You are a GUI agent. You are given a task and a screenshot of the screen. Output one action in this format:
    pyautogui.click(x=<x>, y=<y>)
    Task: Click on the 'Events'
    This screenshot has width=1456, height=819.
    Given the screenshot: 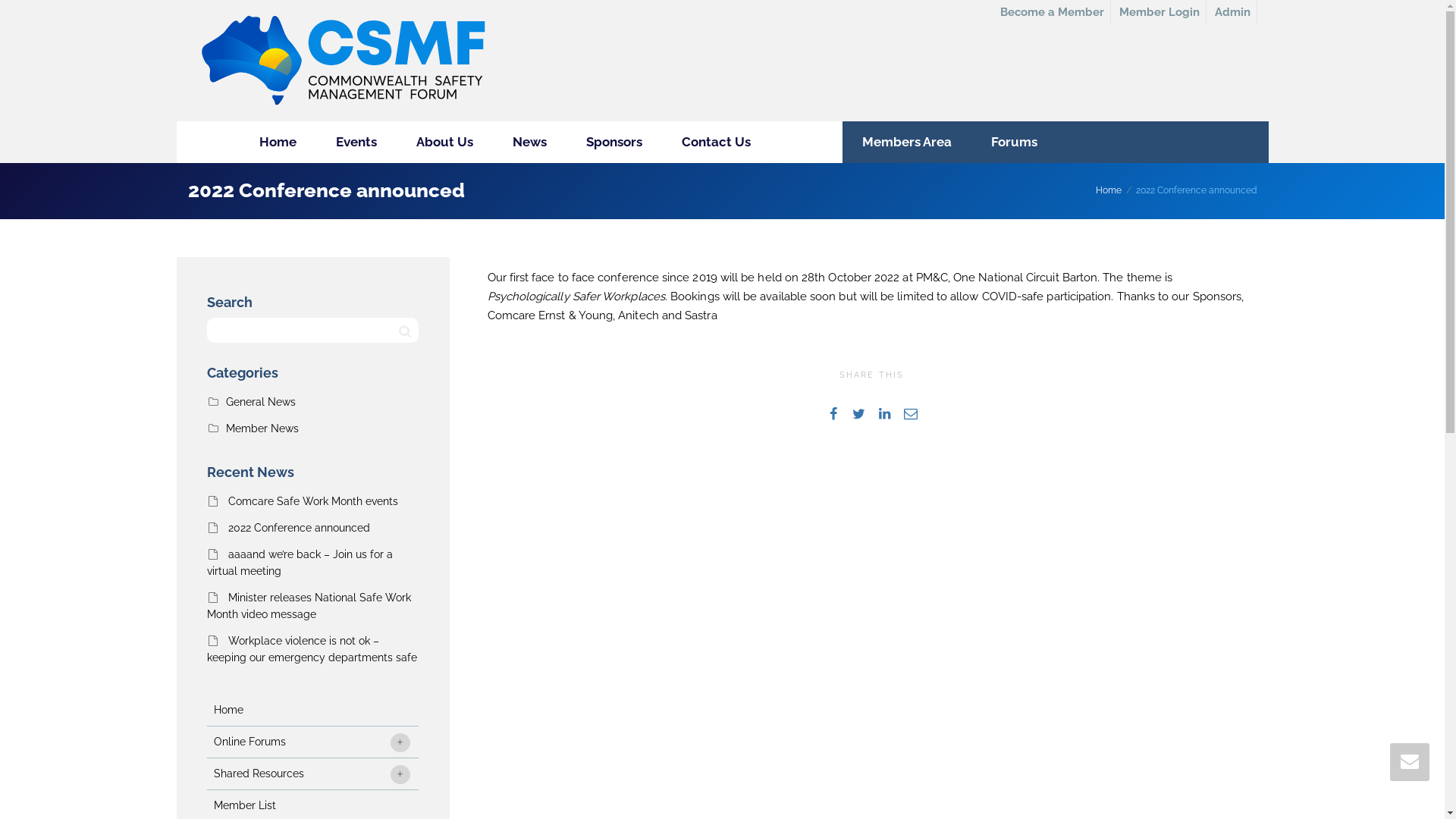 What is the action you would take?
    pyautogui.click(x=355, y=142)
    